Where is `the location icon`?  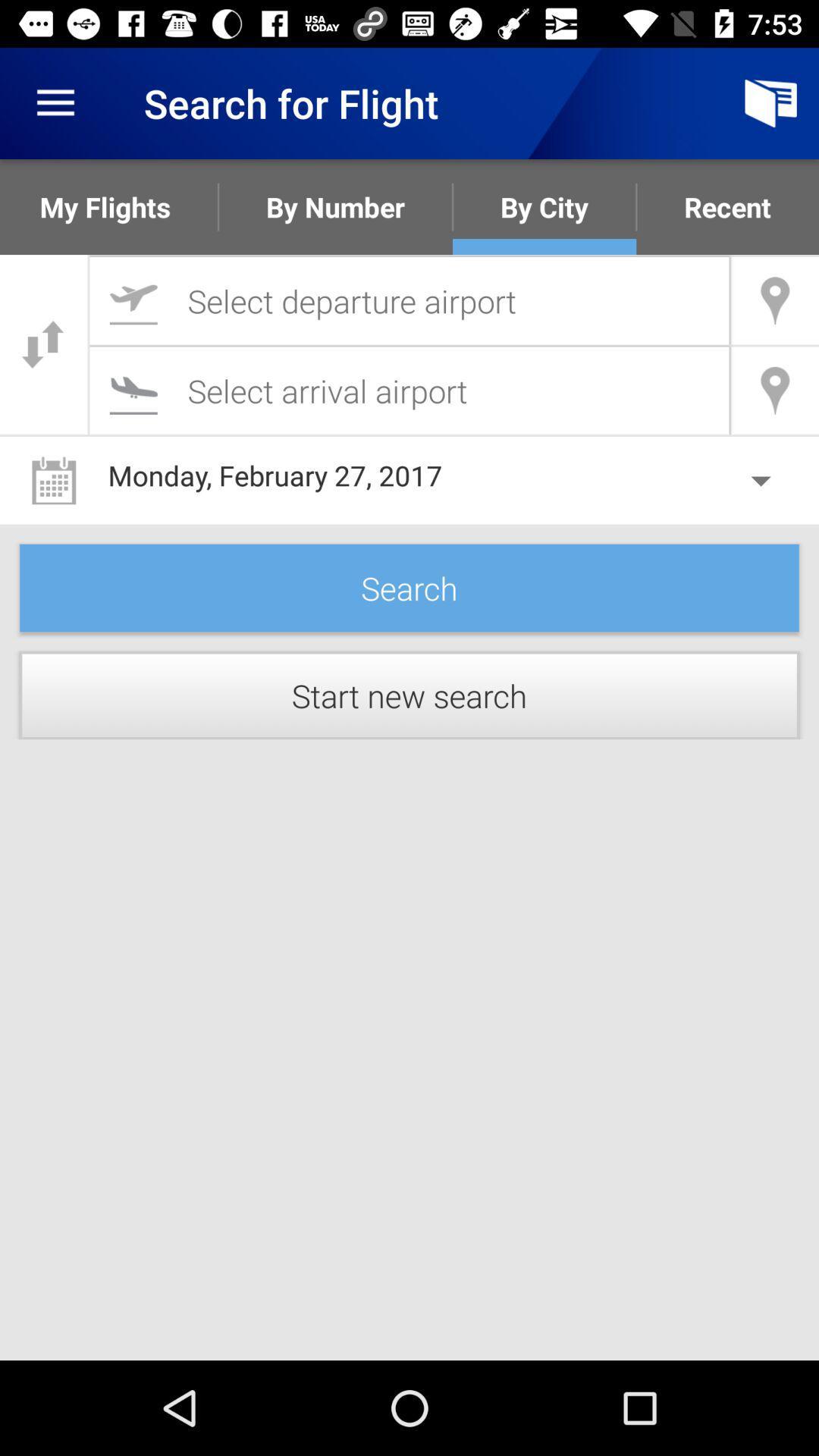 the location icon is located at coordinates (775, 391).